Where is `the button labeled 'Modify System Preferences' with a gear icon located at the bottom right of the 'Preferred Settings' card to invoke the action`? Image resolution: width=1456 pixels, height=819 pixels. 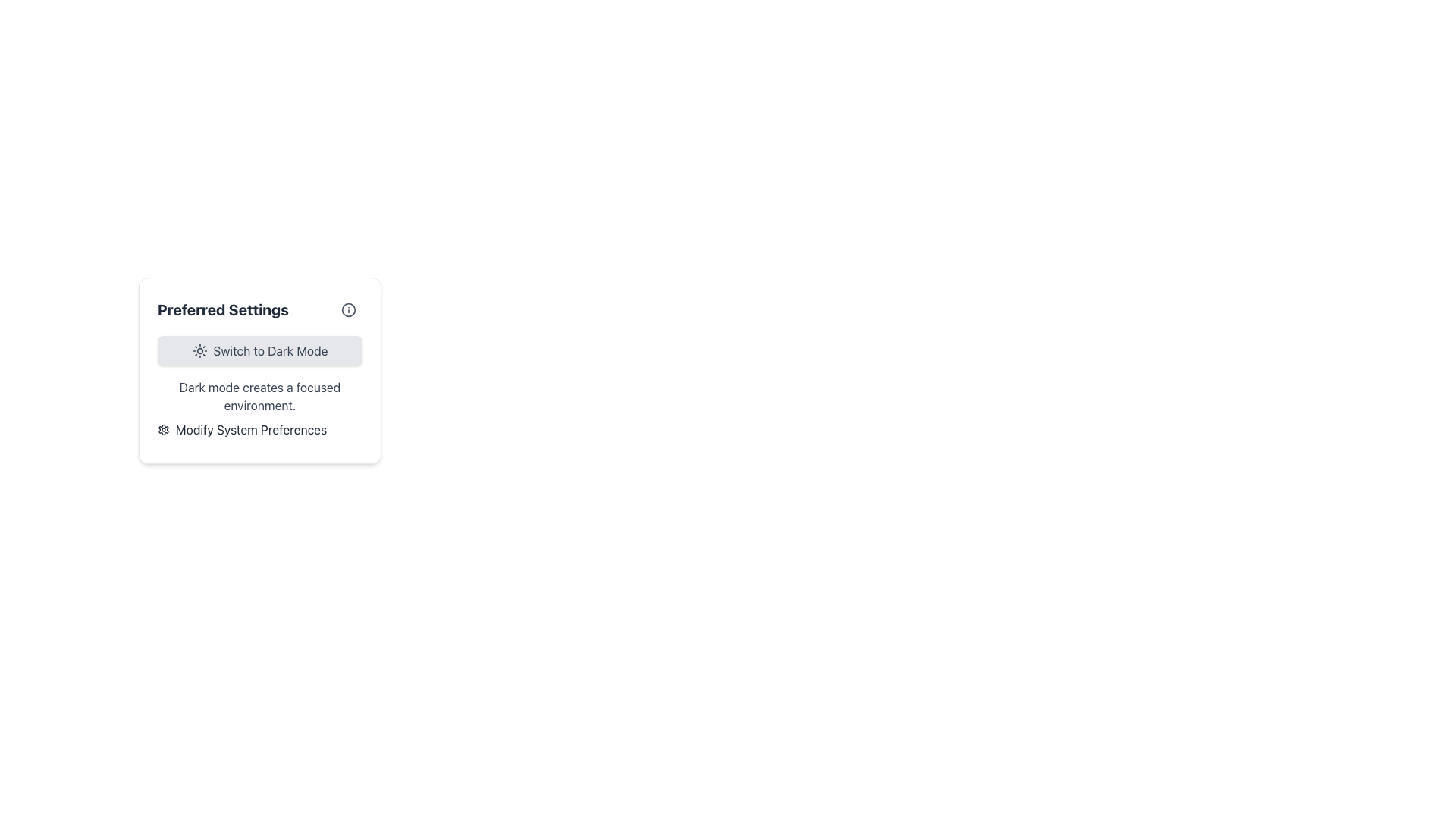 the button labeled 'Modify System Preferences' with a gear icon located at the bottom right of the 'Preferred Settings' card to invoke the action is located at coordinates (241, 430).